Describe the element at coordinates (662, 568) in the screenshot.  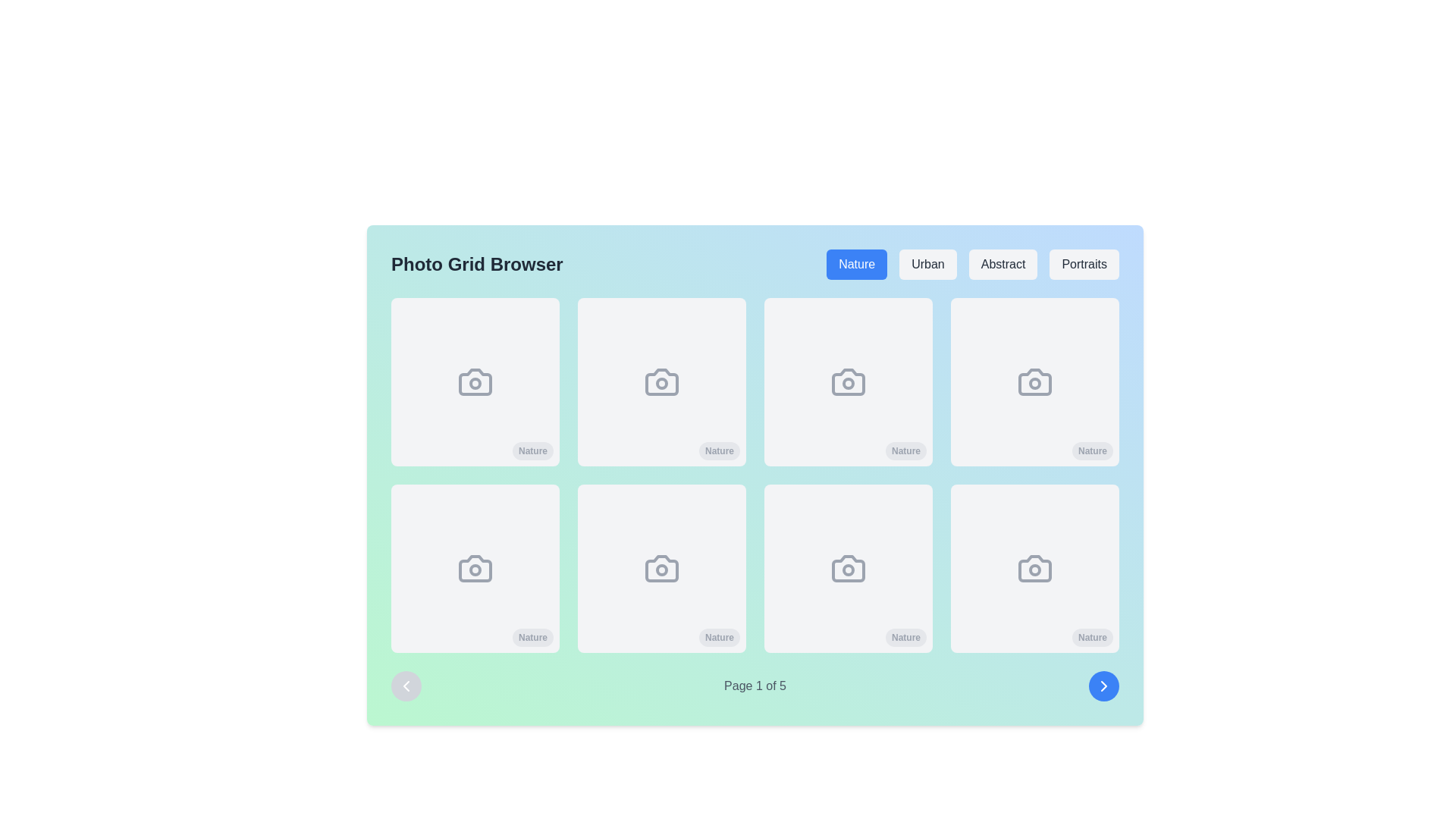
I see `the grid item labeled 'Nature' in the third column of the second row` at that location.